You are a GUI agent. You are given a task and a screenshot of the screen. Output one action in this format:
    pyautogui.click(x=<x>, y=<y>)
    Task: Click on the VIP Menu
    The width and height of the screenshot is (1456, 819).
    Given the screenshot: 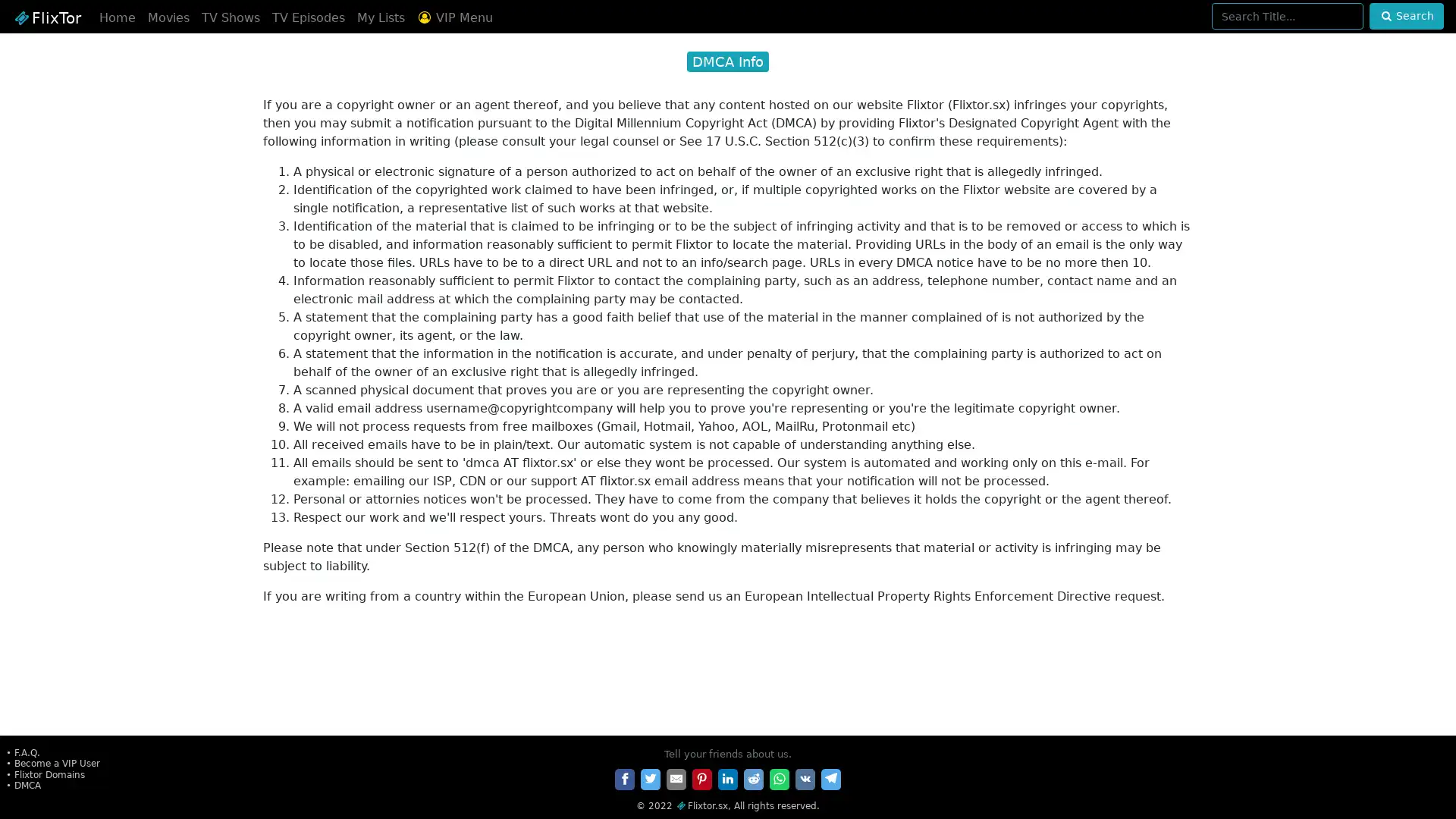 What is the action you would take?
    pyautogui.click(x=453, y=17)
    